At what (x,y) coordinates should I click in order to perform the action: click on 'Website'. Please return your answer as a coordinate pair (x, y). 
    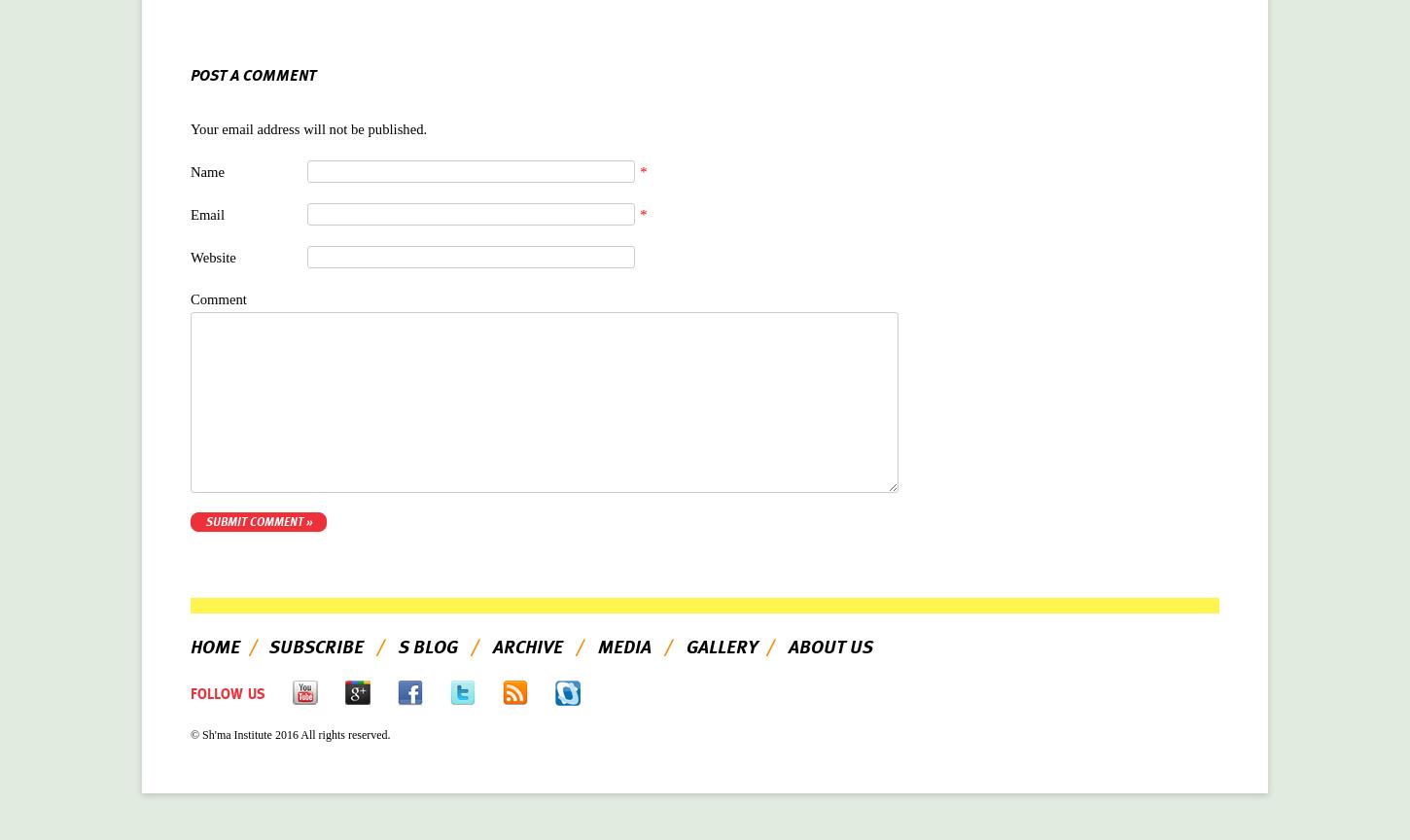
    Looking at the image, I should click on (211, 257).